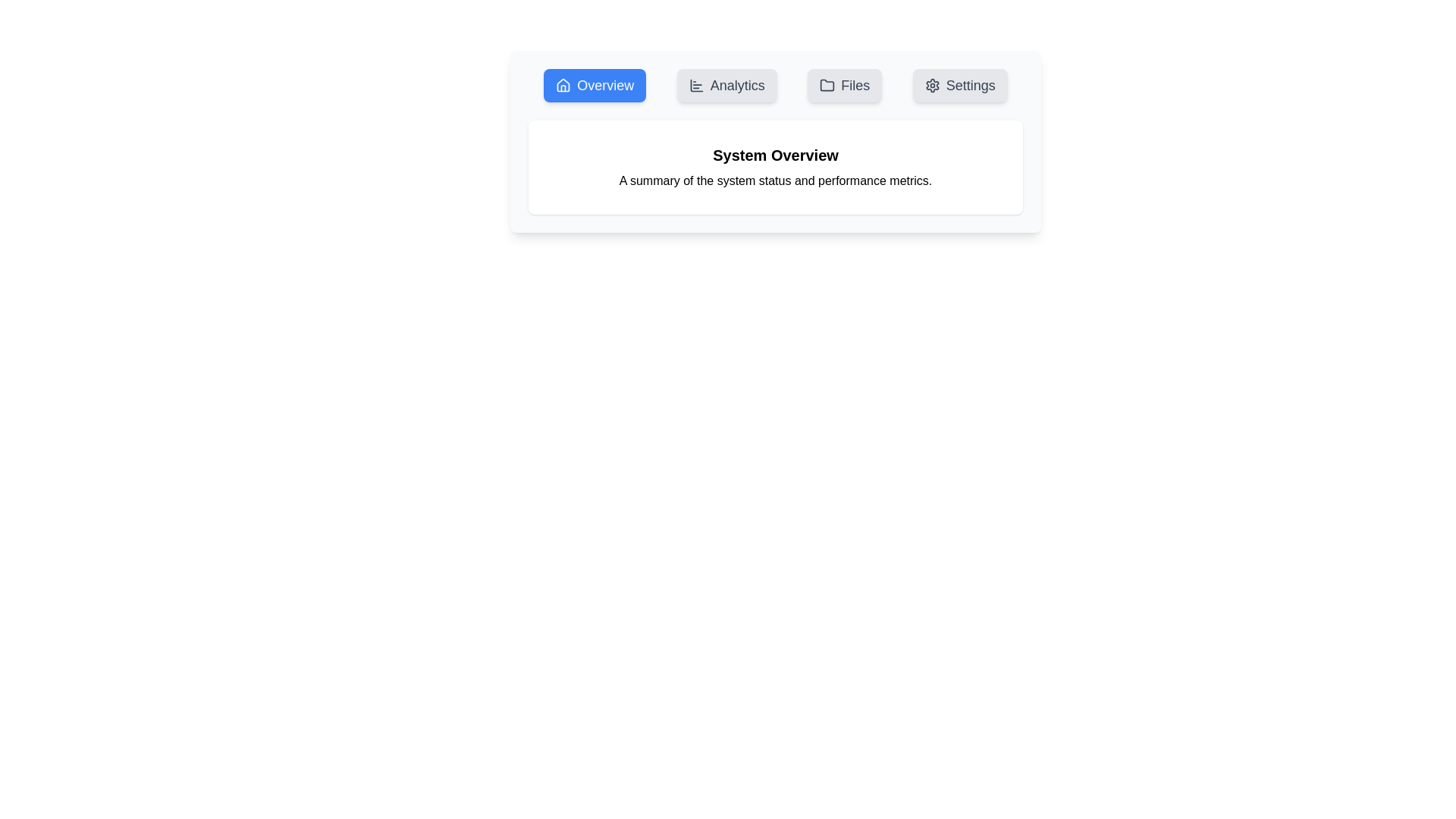  Describe the element at coordinates (775, 141) in the screenshot. I see `the Informative panel titled 'System Overview' with a light gray background, located below the navigation bar and centered in the main content section` at that location.